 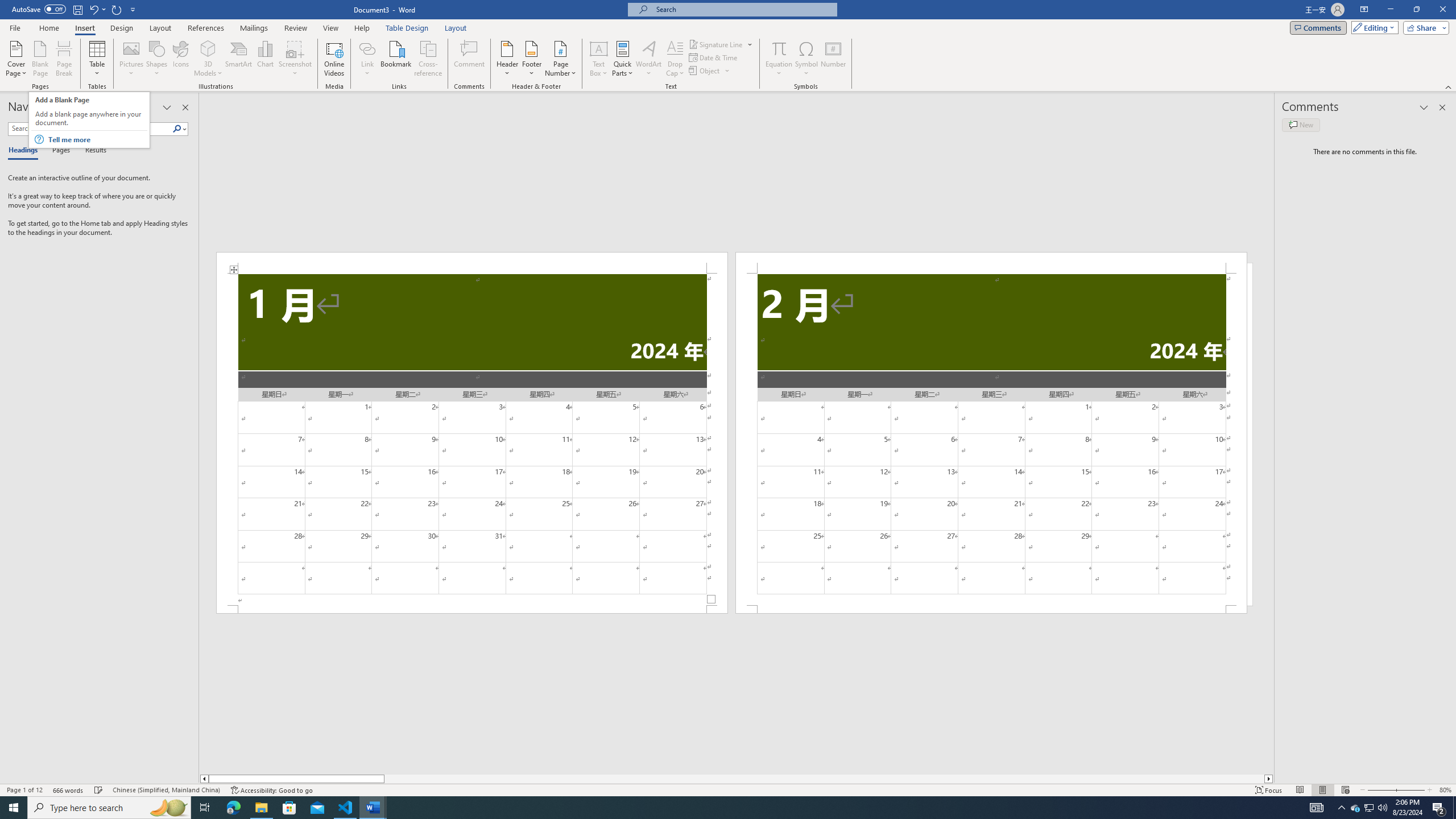 I want to click on 'Shapes', so click(x=157, y=59).